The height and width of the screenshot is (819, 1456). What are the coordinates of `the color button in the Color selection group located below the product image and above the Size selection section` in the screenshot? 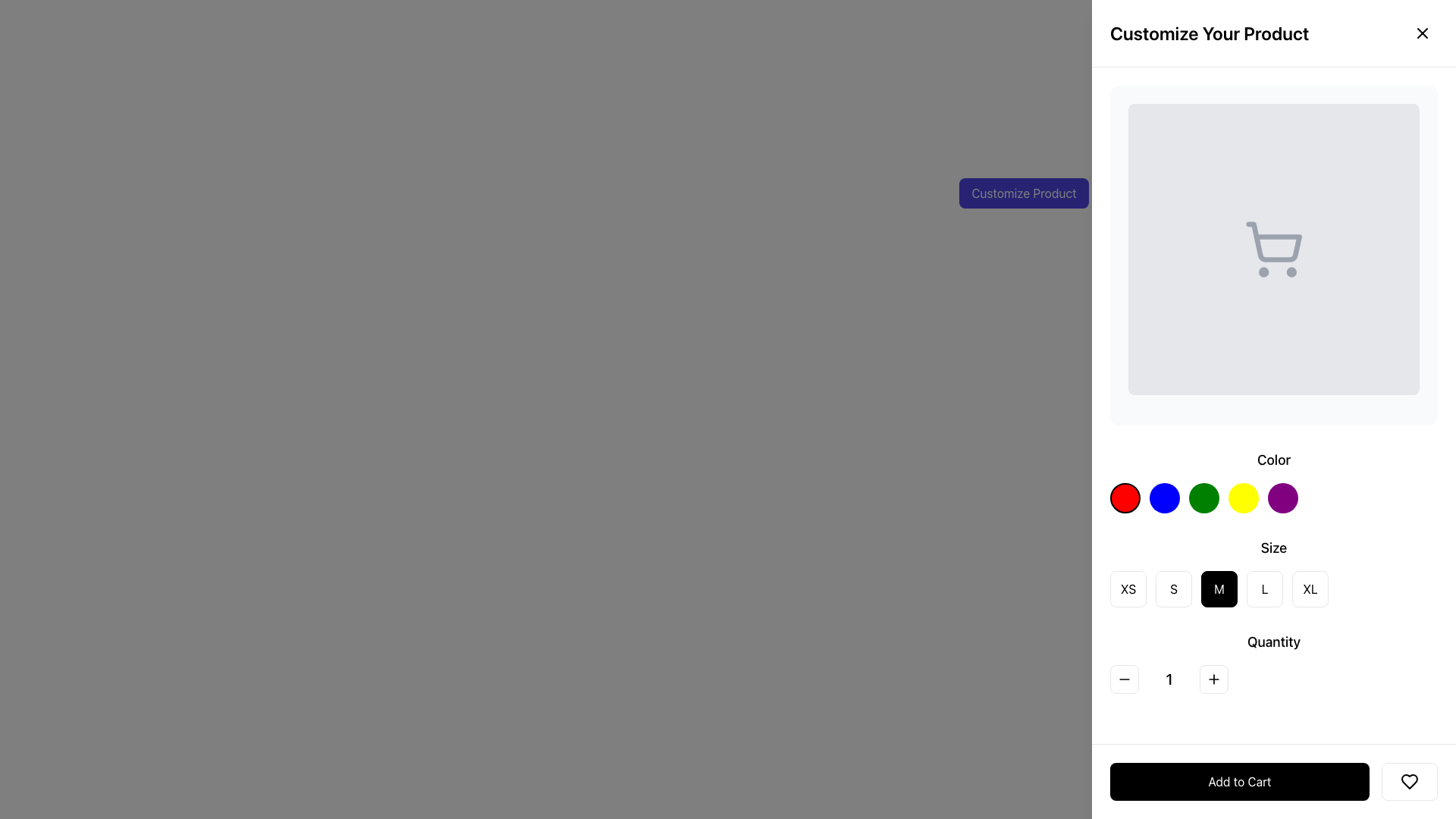 It's located at (1274, 482).